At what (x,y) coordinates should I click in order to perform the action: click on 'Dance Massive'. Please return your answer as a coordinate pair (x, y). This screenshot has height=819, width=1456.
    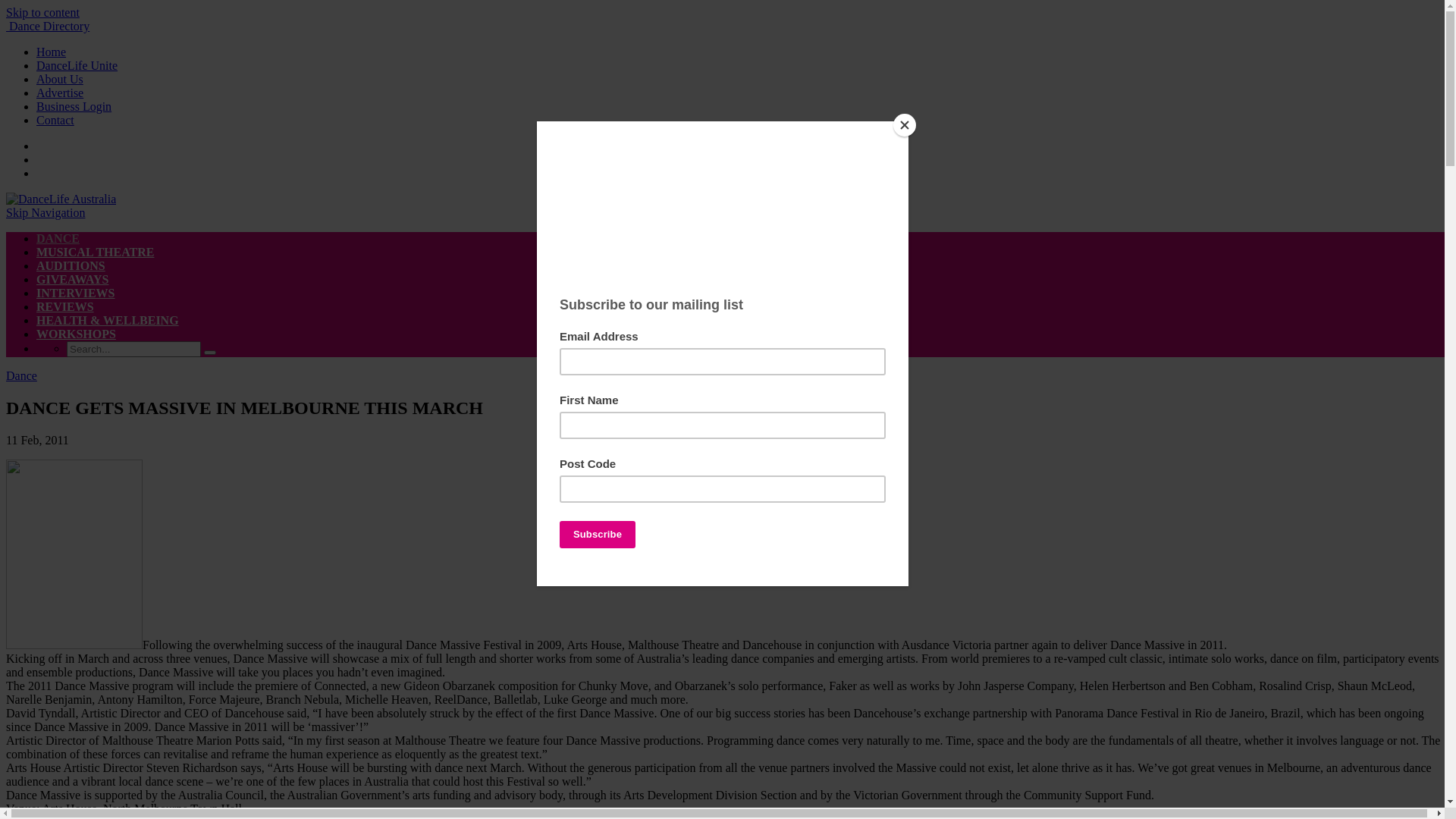
    Looking at the image, I should click on (73, 554).